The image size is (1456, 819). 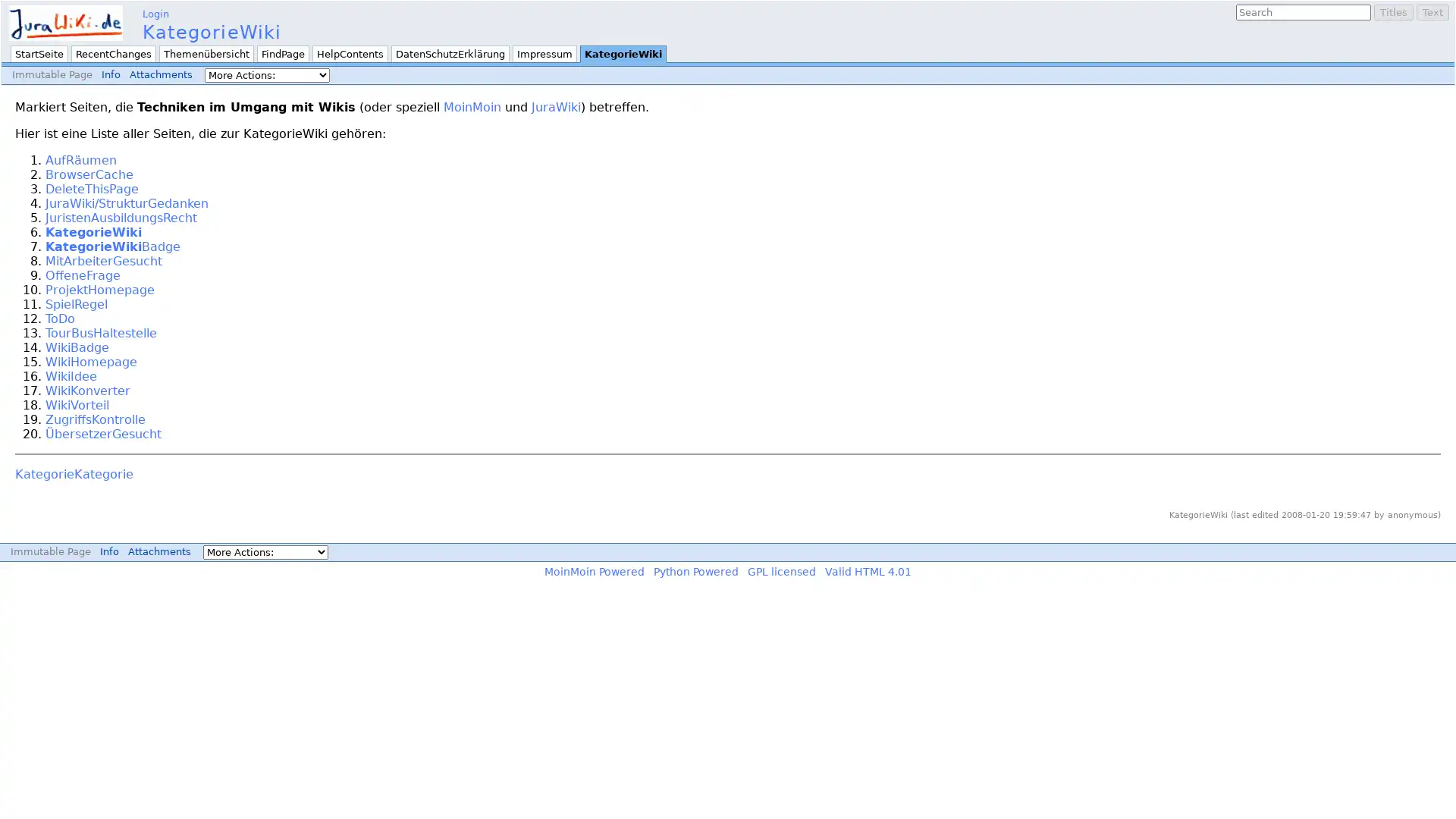 What do you see at coordinates (1432, 12) in the screenshot?
I see `Text` at bounding box center [1432, 12].